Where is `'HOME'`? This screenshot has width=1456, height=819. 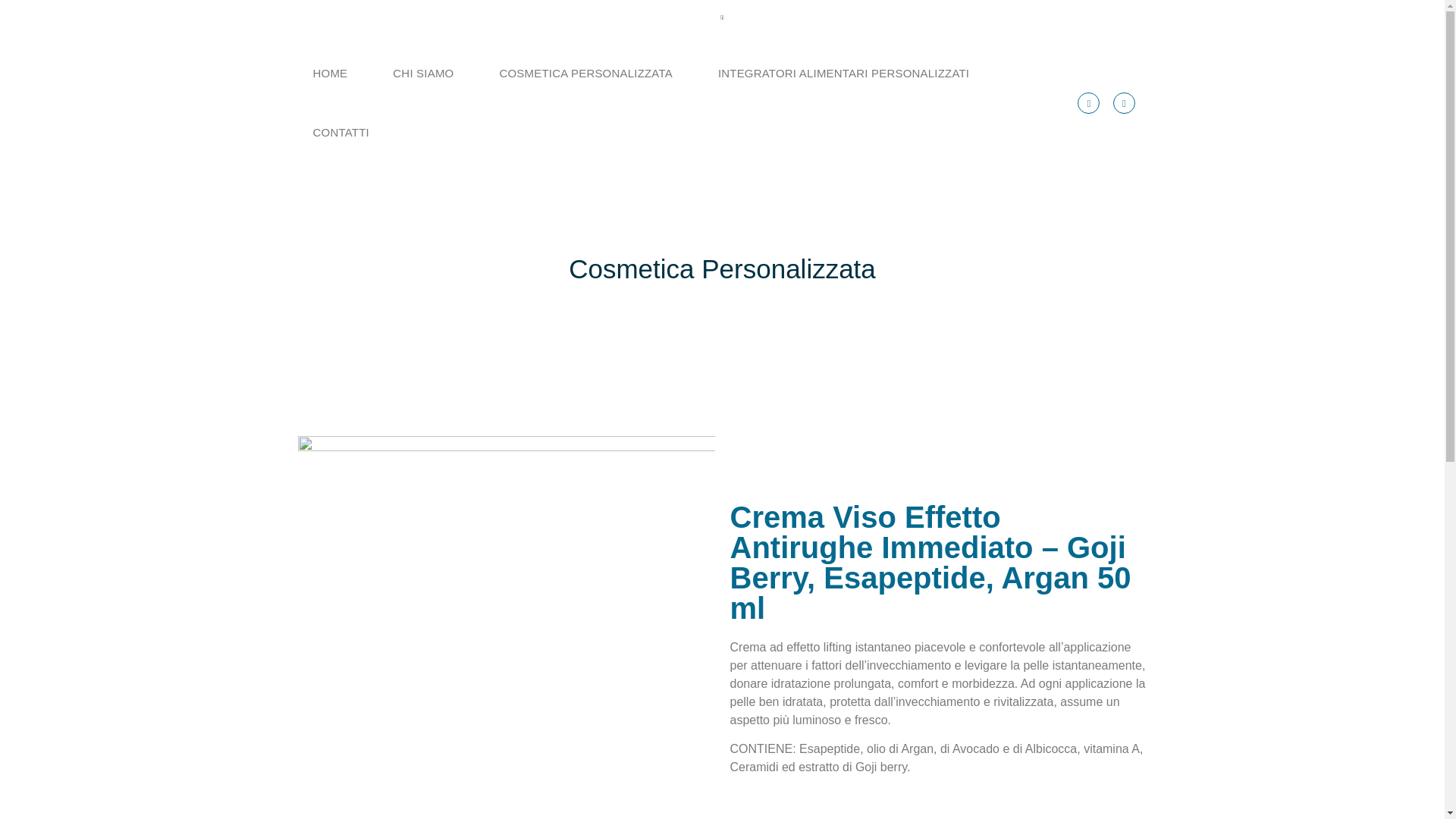 'HOME' is located at coordinates (329, 73).